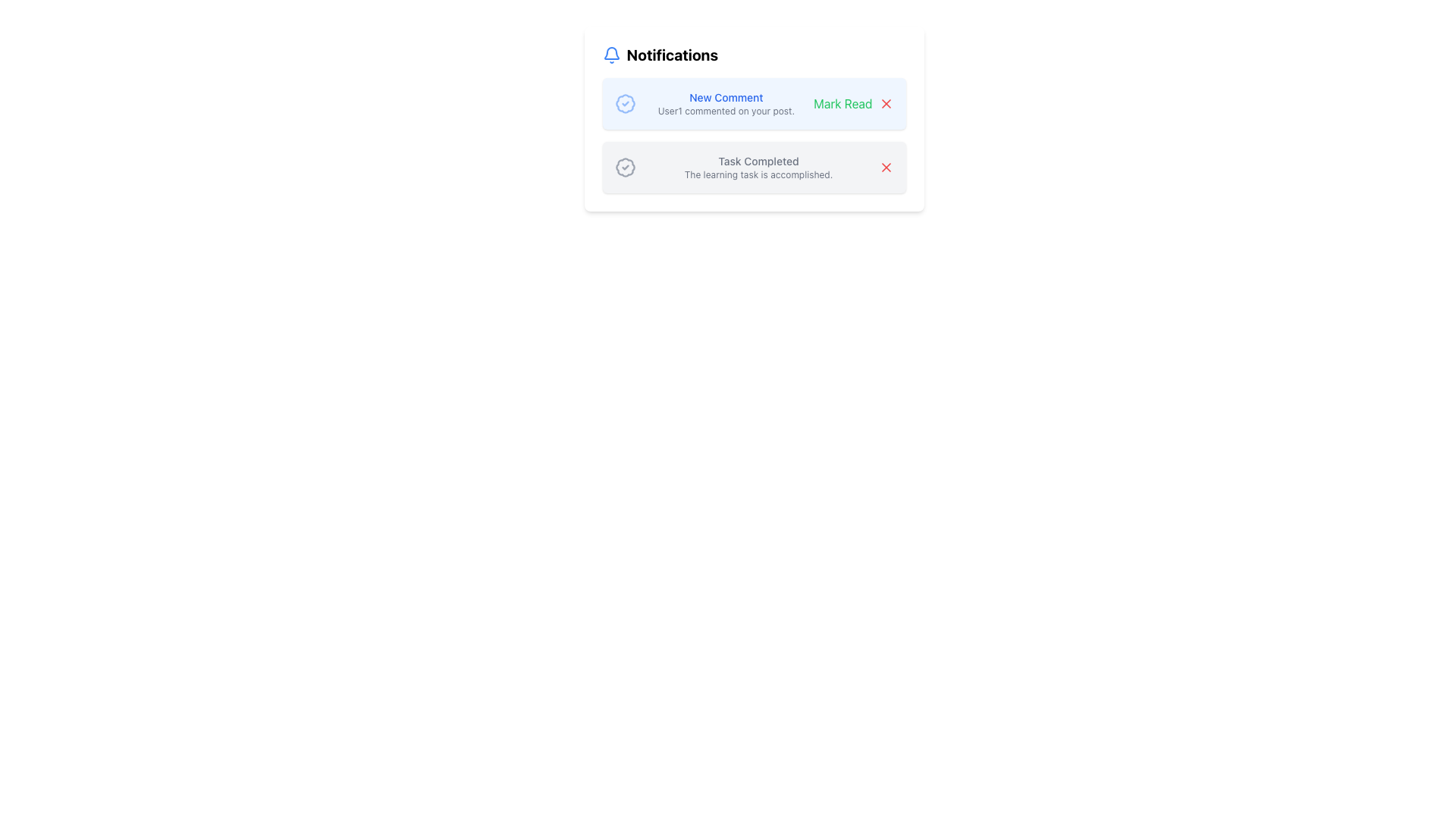 Image resolution: width=1456 pixels, height=819 pixels. I want to click on notification content from the text block that displays 'New Comment' in bold blue font and 'User1 commented on your post.' in smaller gray font, so click(725, 103).